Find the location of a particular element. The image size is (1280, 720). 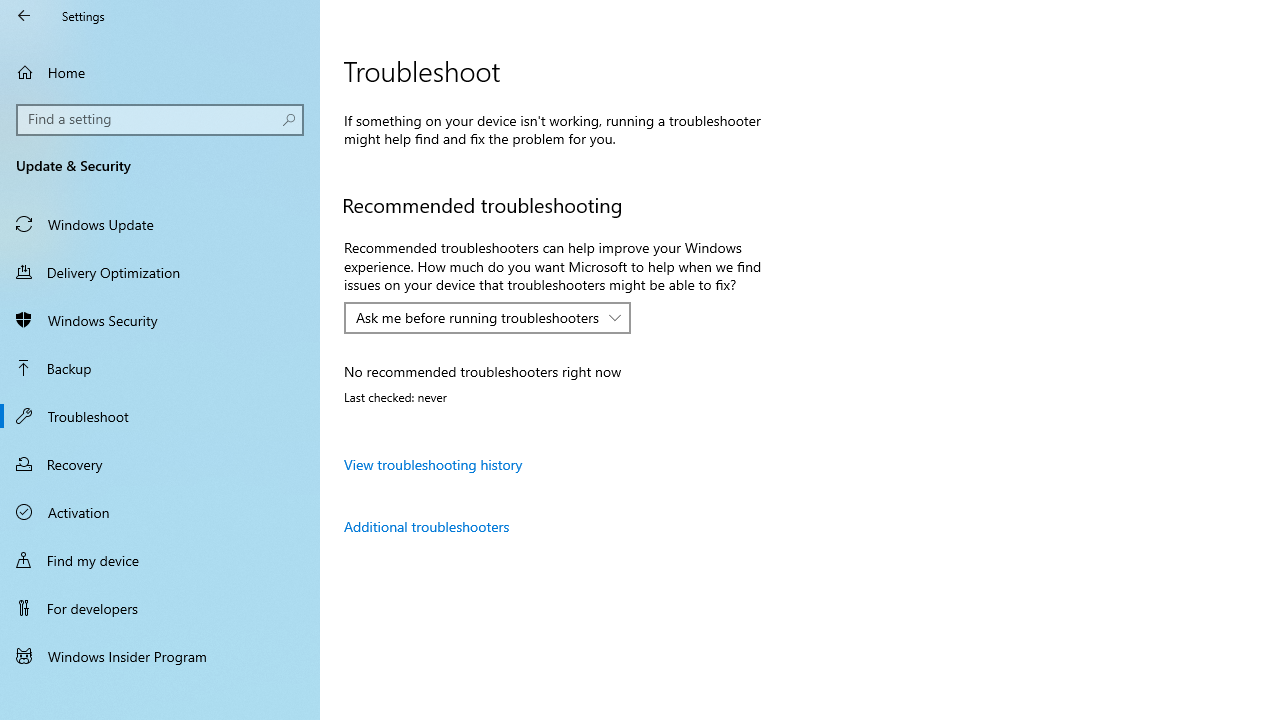

'Backup' is located at coordinates (160, 367).